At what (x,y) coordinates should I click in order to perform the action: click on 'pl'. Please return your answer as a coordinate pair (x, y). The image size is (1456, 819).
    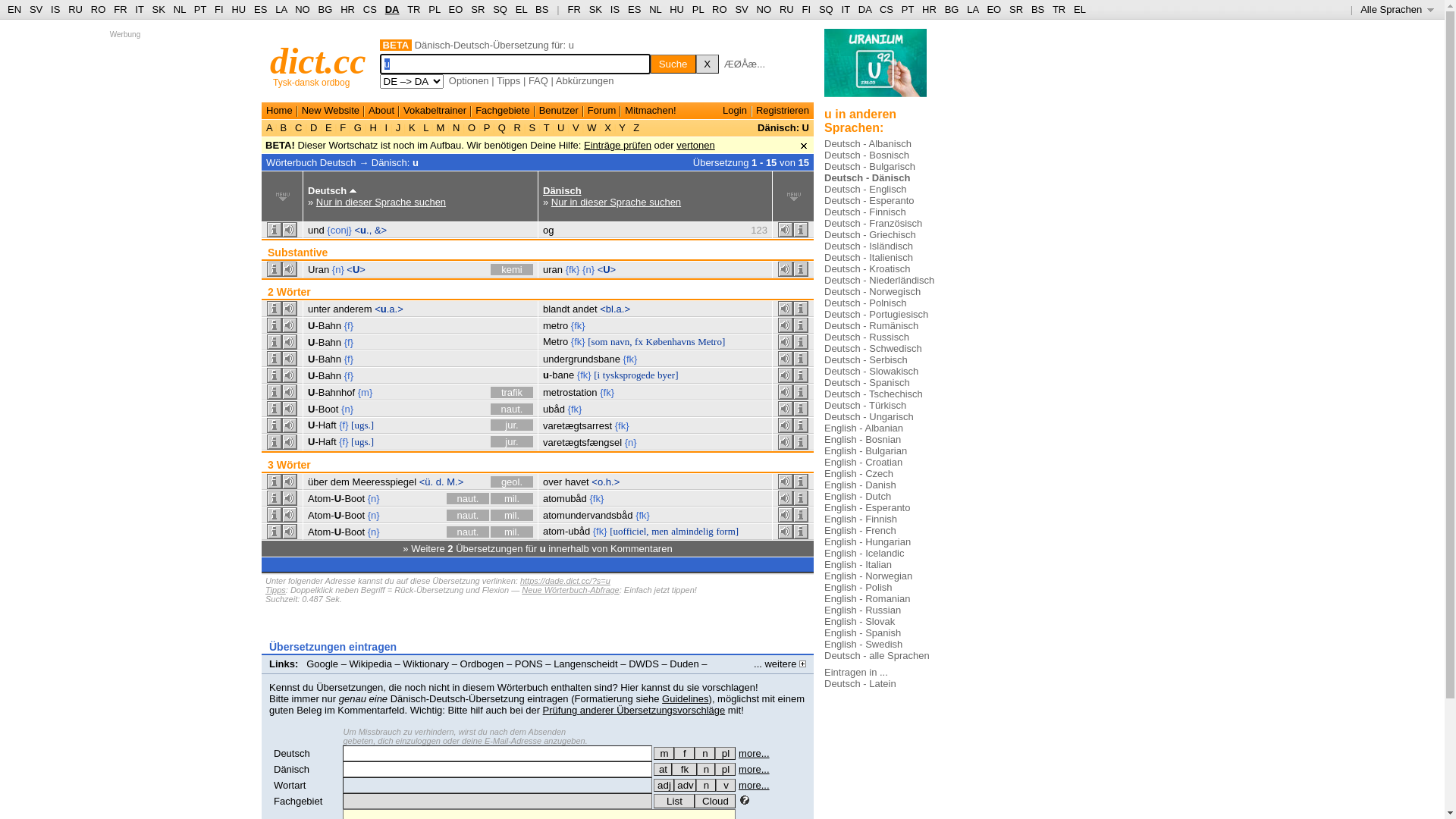
    Looking at the image, I should click on (724, 753).